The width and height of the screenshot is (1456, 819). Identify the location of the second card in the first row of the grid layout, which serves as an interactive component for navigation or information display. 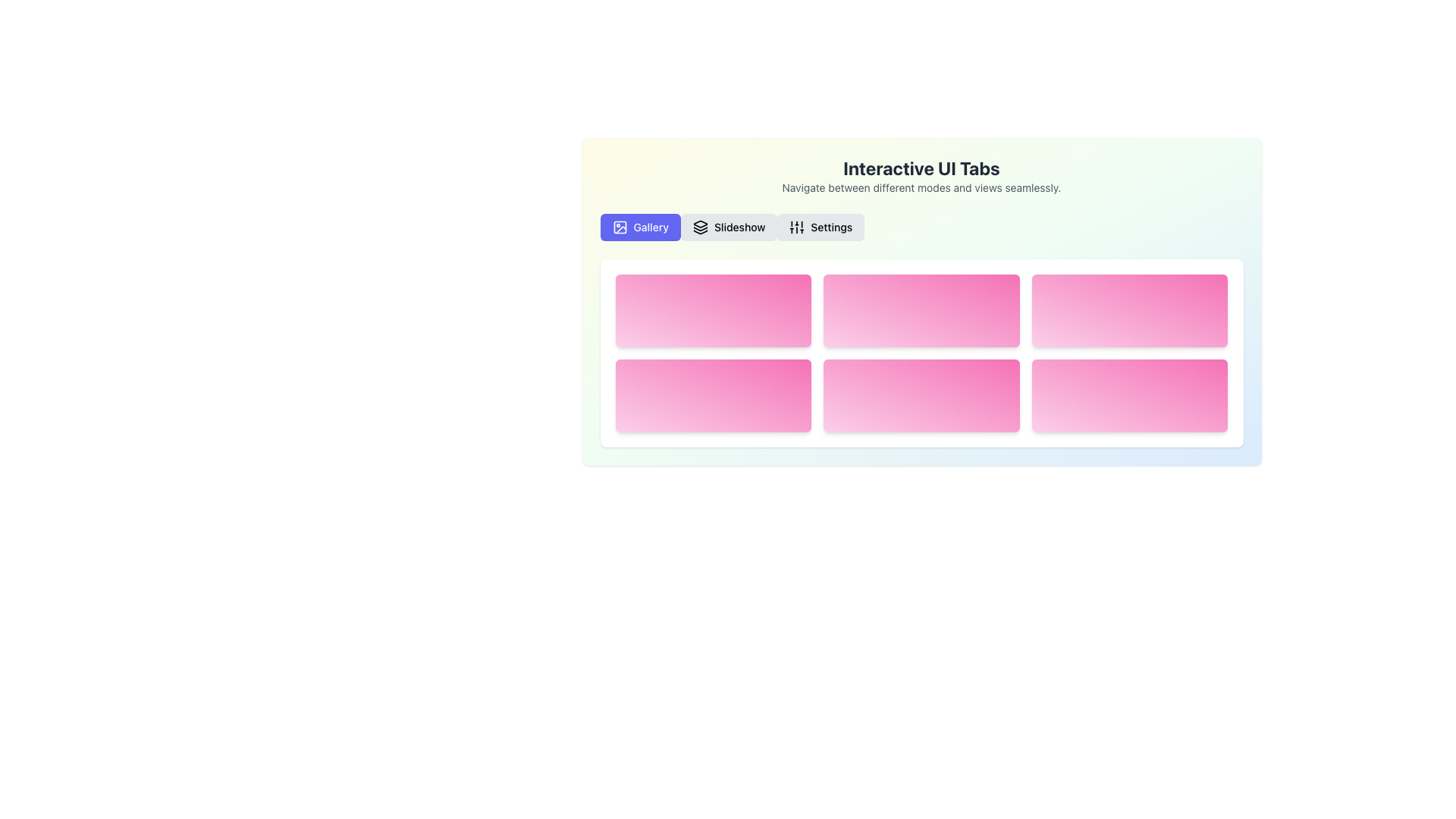
(921, 309).